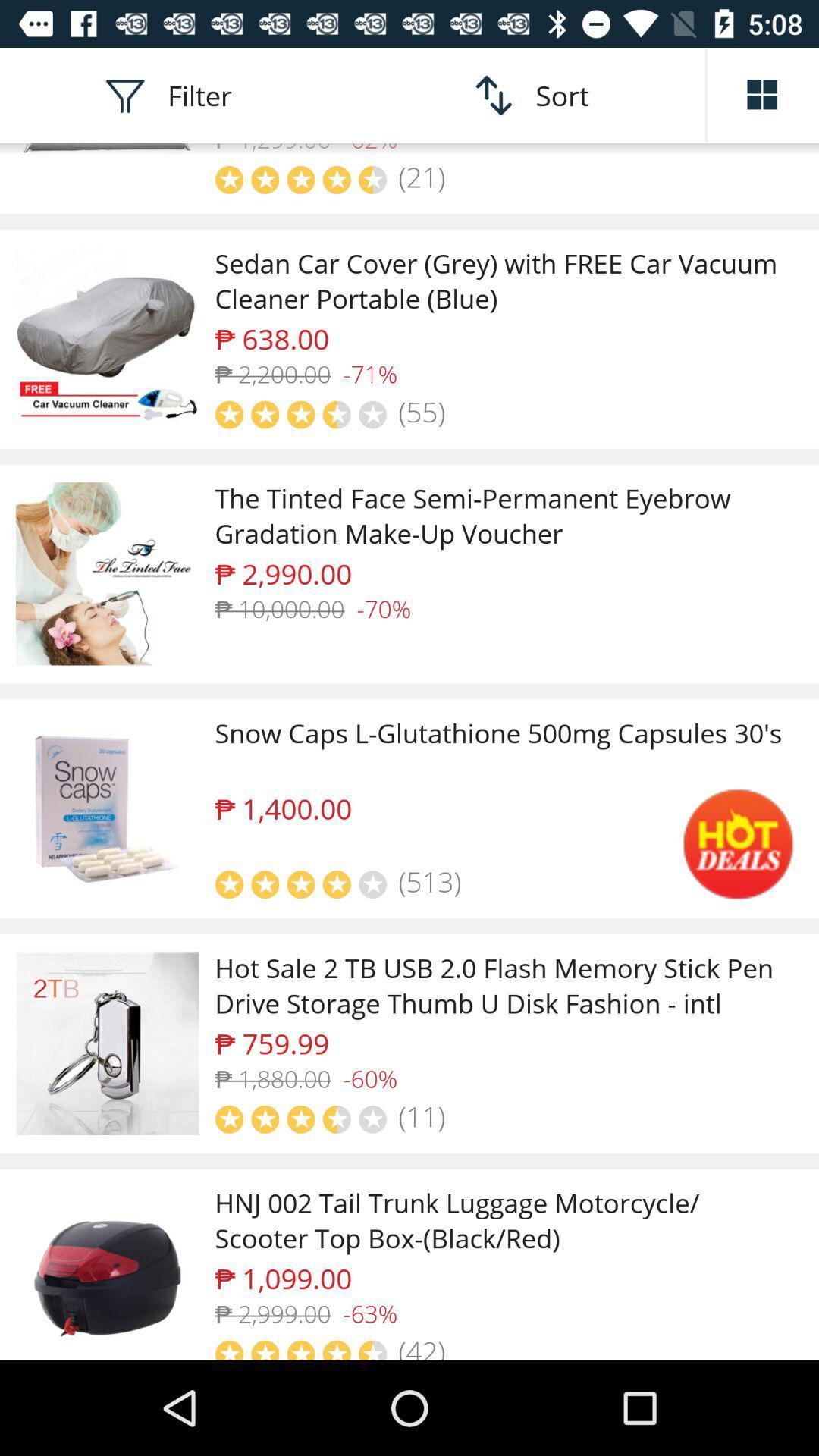  Describe the element at coordinates (763, 94) in the screenshot. I see `the dashboard icon` at that location.